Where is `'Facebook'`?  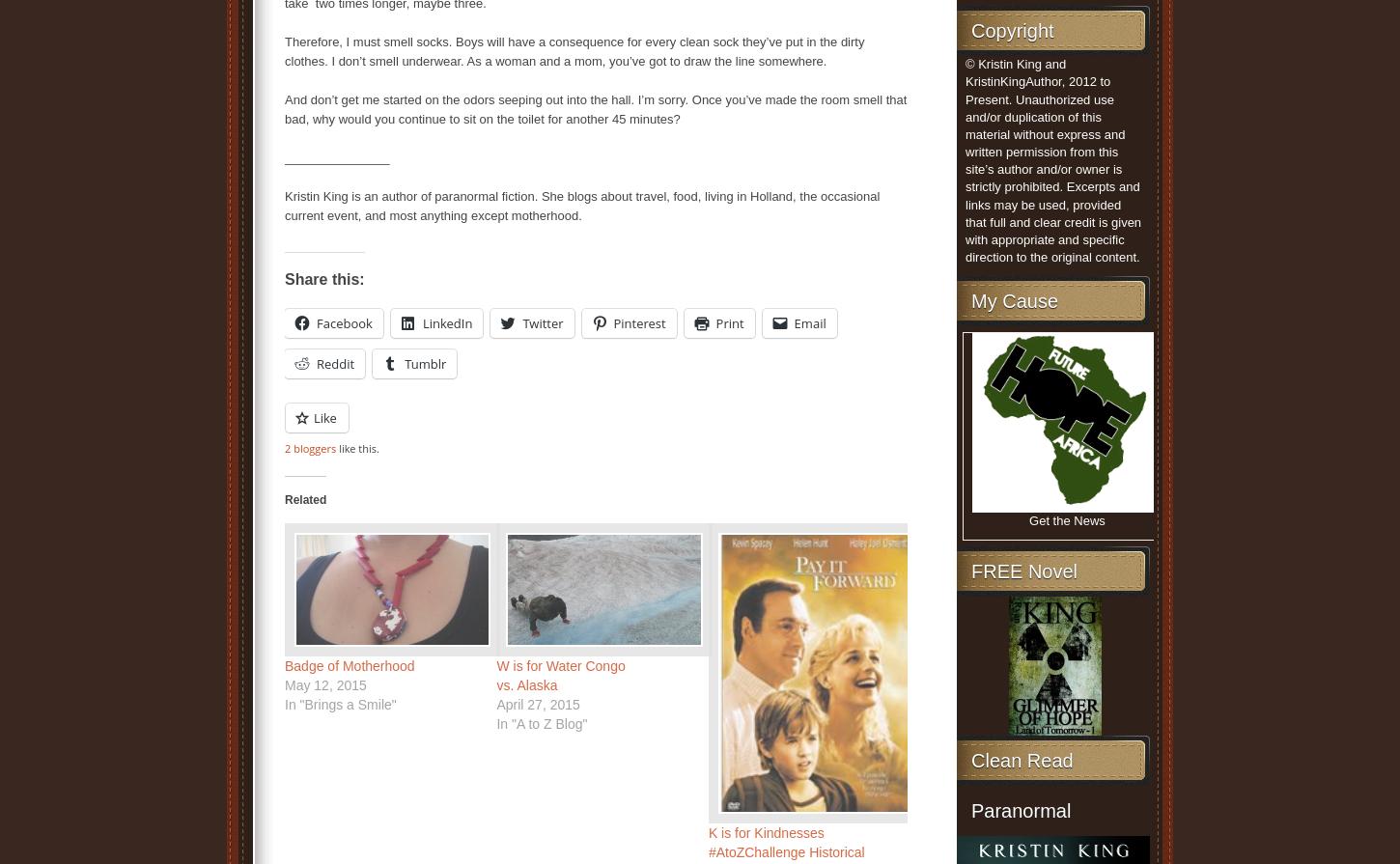
'Facebook' is located at coordinates (344, 322).